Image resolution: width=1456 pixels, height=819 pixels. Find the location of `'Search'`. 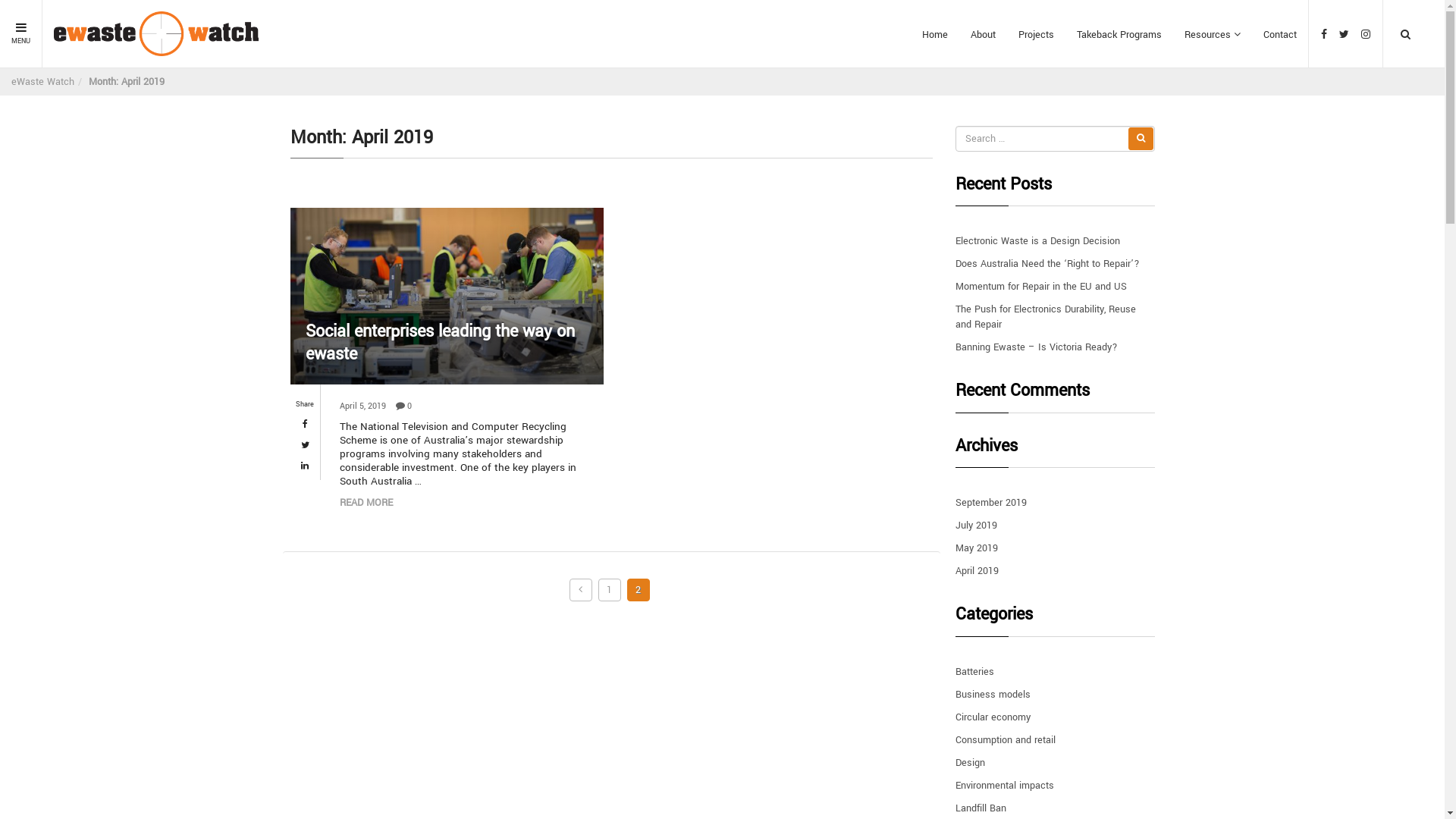

'Search' is located at coordinates (1141, 138).